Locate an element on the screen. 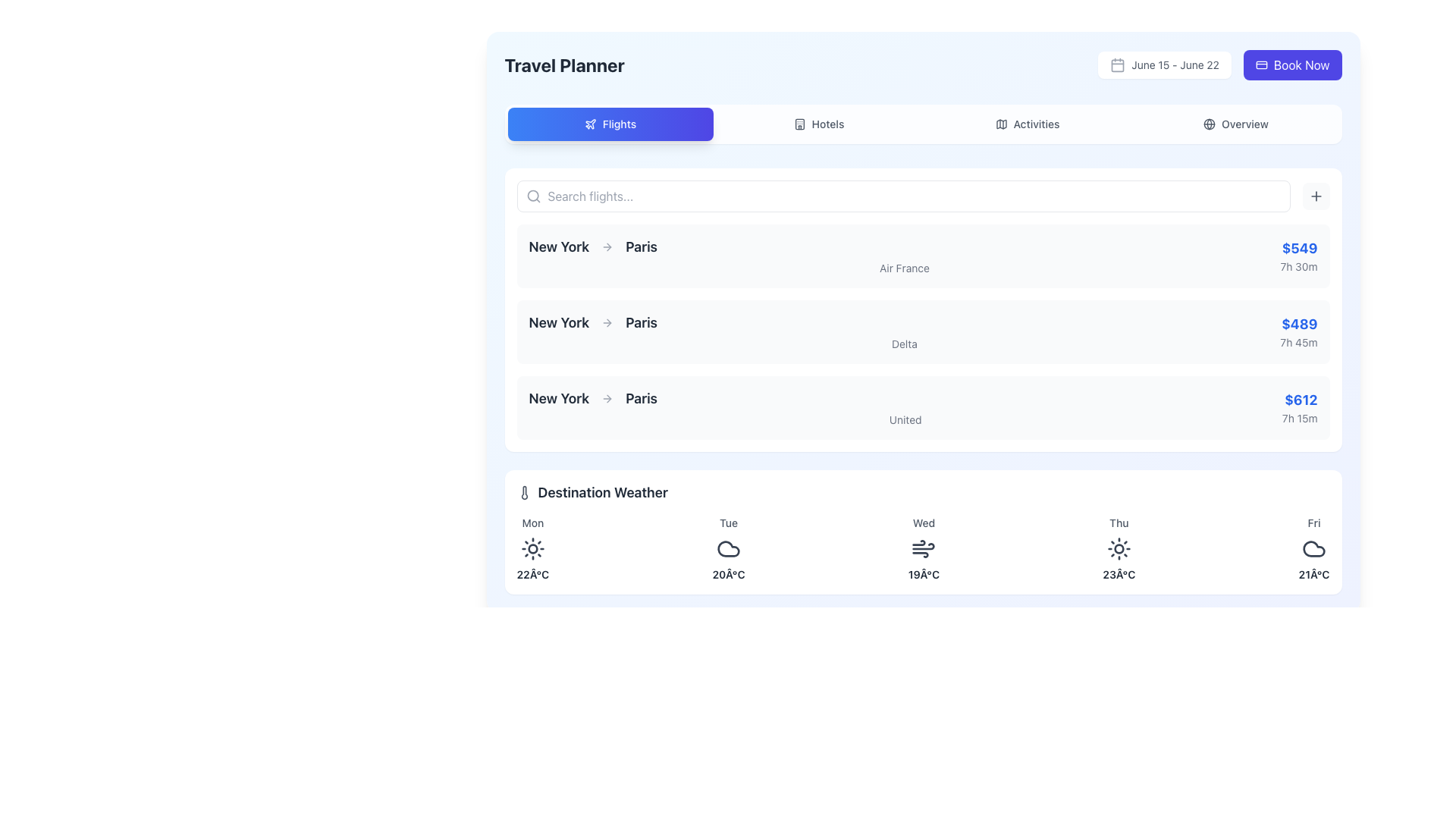 The height and width of the screenshot is (819, 1456). the temperature prediction Text Label for Thursday, which is part of the weather forecast interface located in the fourth column of the grid, below 'Thu' and to the left of 'Friday' is located at coordinates (1119, 575).